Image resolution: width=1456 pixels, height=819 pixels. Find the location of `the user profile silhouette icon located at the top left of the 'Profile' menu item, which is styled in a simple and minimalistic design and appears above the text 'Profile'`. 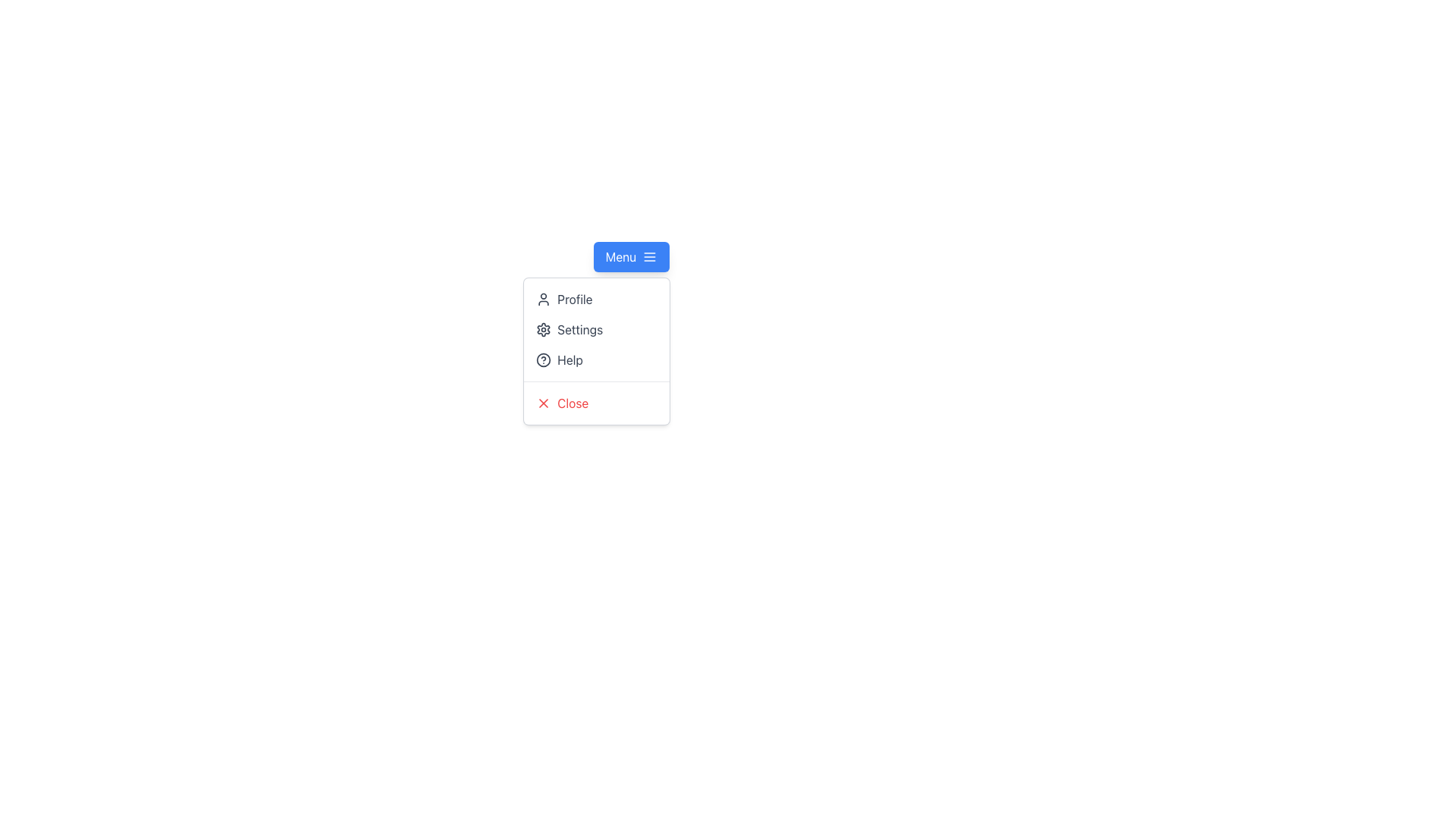

the user profile silhouette icon located at the top left of the 'Profile' menu item, which is styled in a simple and minimalistic design and appears above the text 'Profile' is located at coordinates (544, 299).